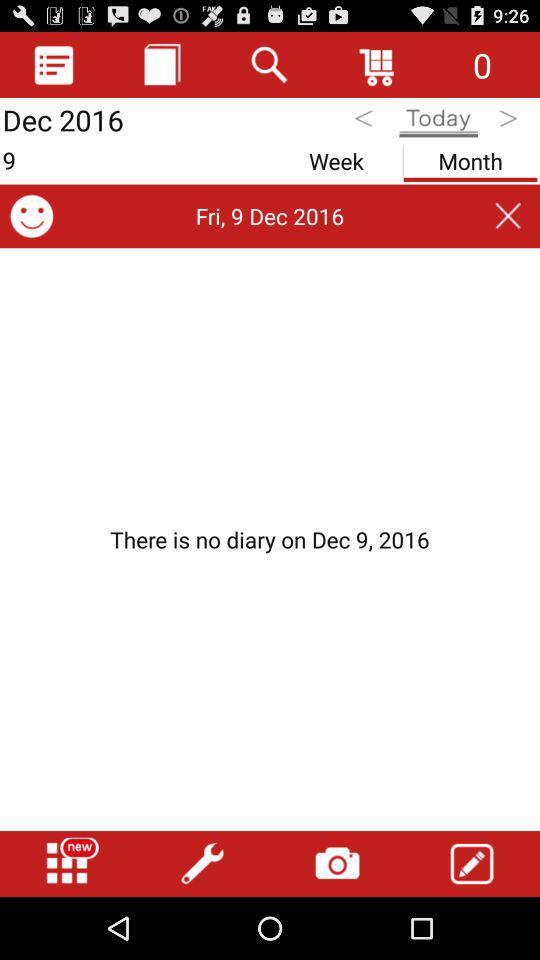 The height and width of the screenshot is (960, 540). Describe the element at coordinates (54, 64) in the screenshot. I see `this button allows you to see the menu` at that location.